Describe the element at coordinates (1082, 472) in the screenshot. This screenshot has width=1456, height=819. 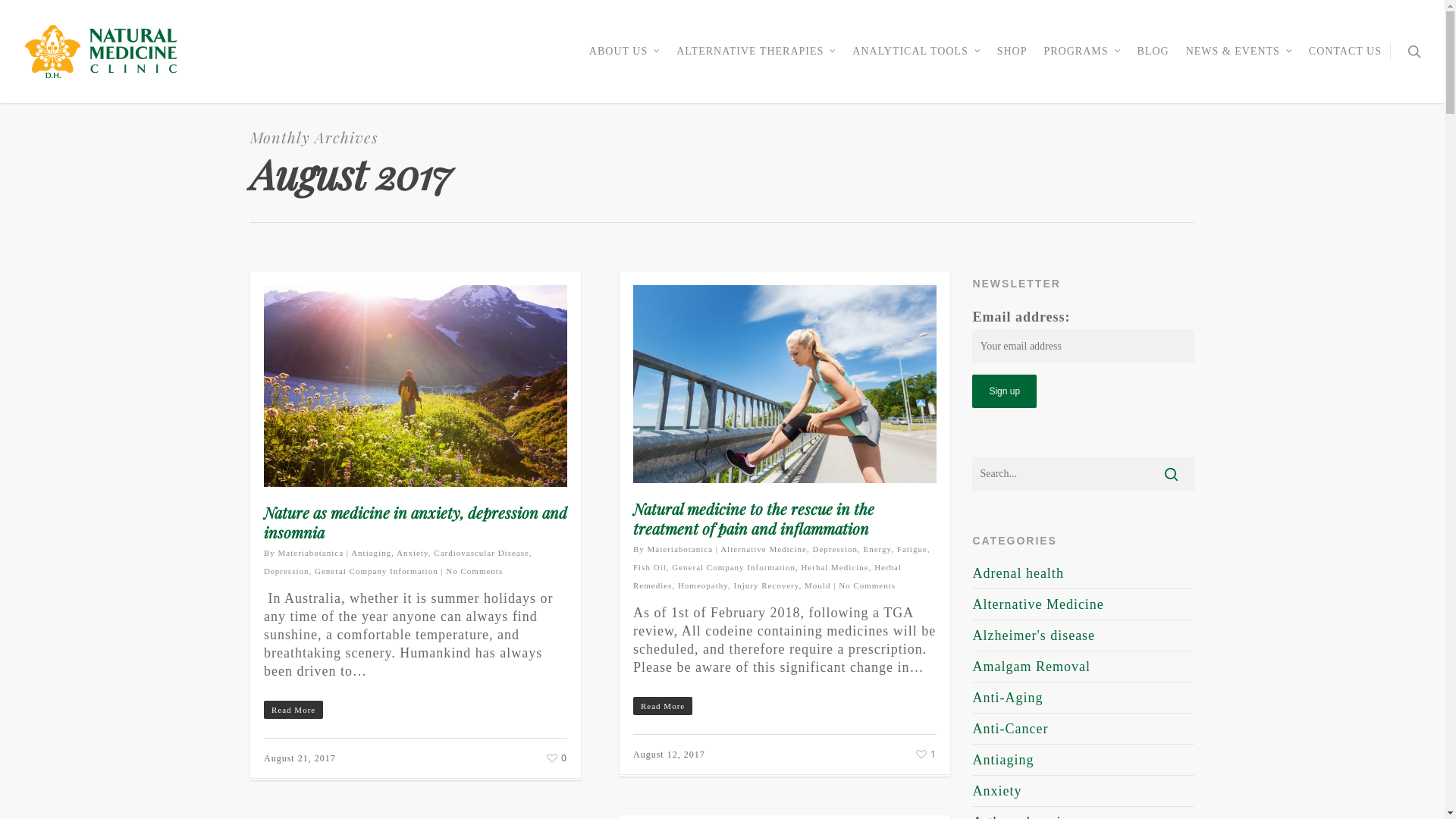
I see `'Search for:'` at that location.